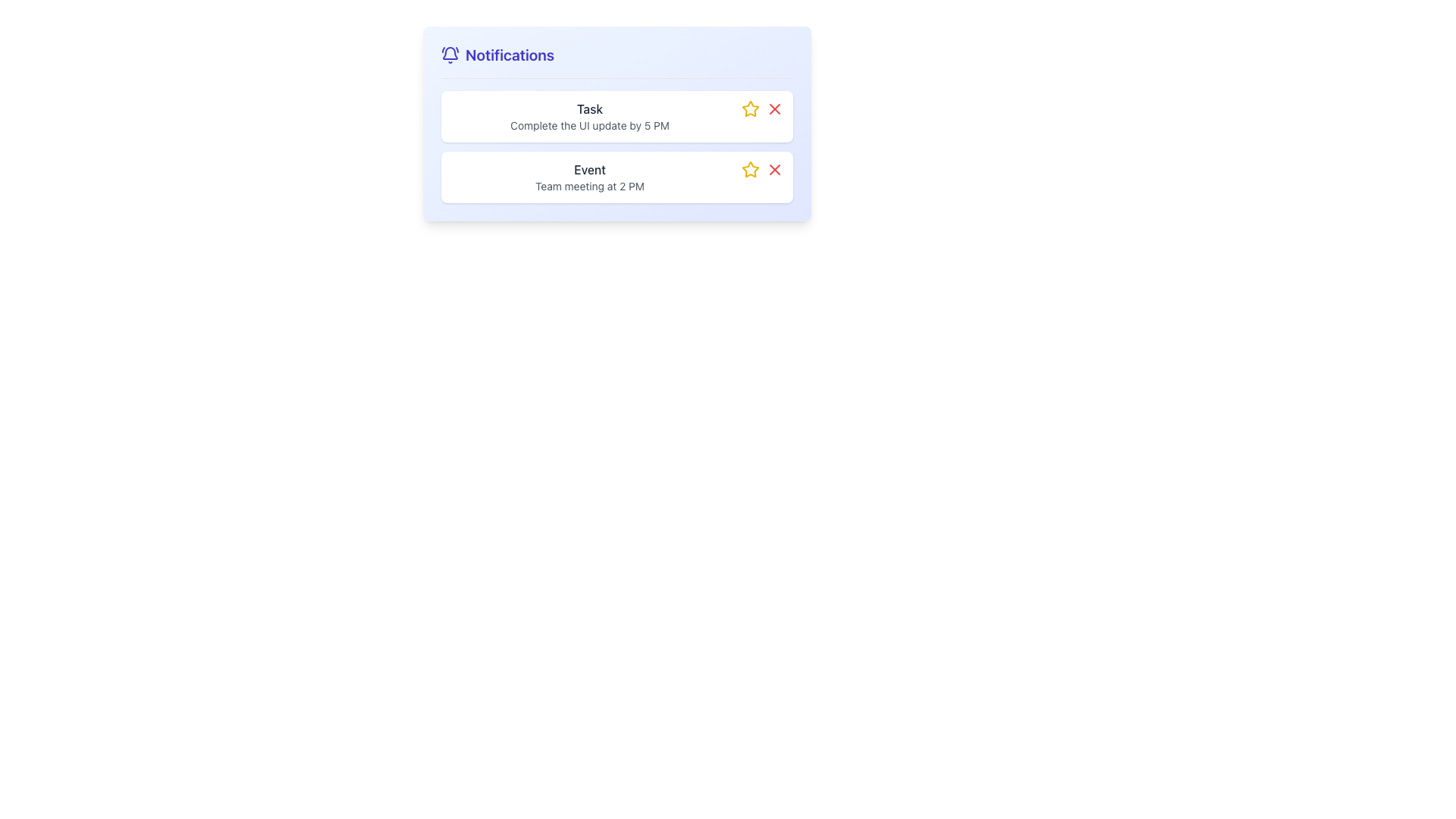 The image size is (1456, 819). What do you see at coordinates (588, 186) in the screenshot?
I see `the text label that reads 'Team meeting at 2 PM', which is styled with a smaller gray font and positioned beneath the 'Event' title in the notification card layout` at bounding box center [588, 186].